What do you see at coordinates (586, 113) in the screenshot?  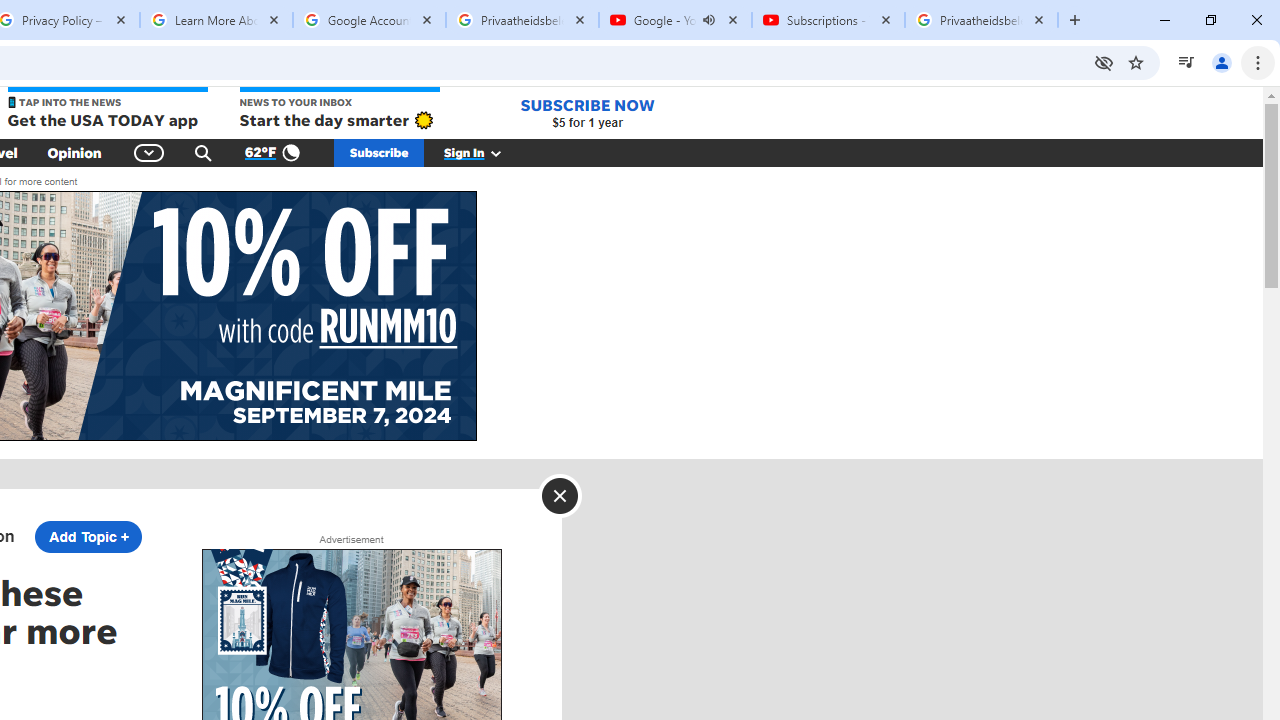 I see `'SUBSCRIBE NOW $5 for 1 year'` at bounding box center [586, 113].